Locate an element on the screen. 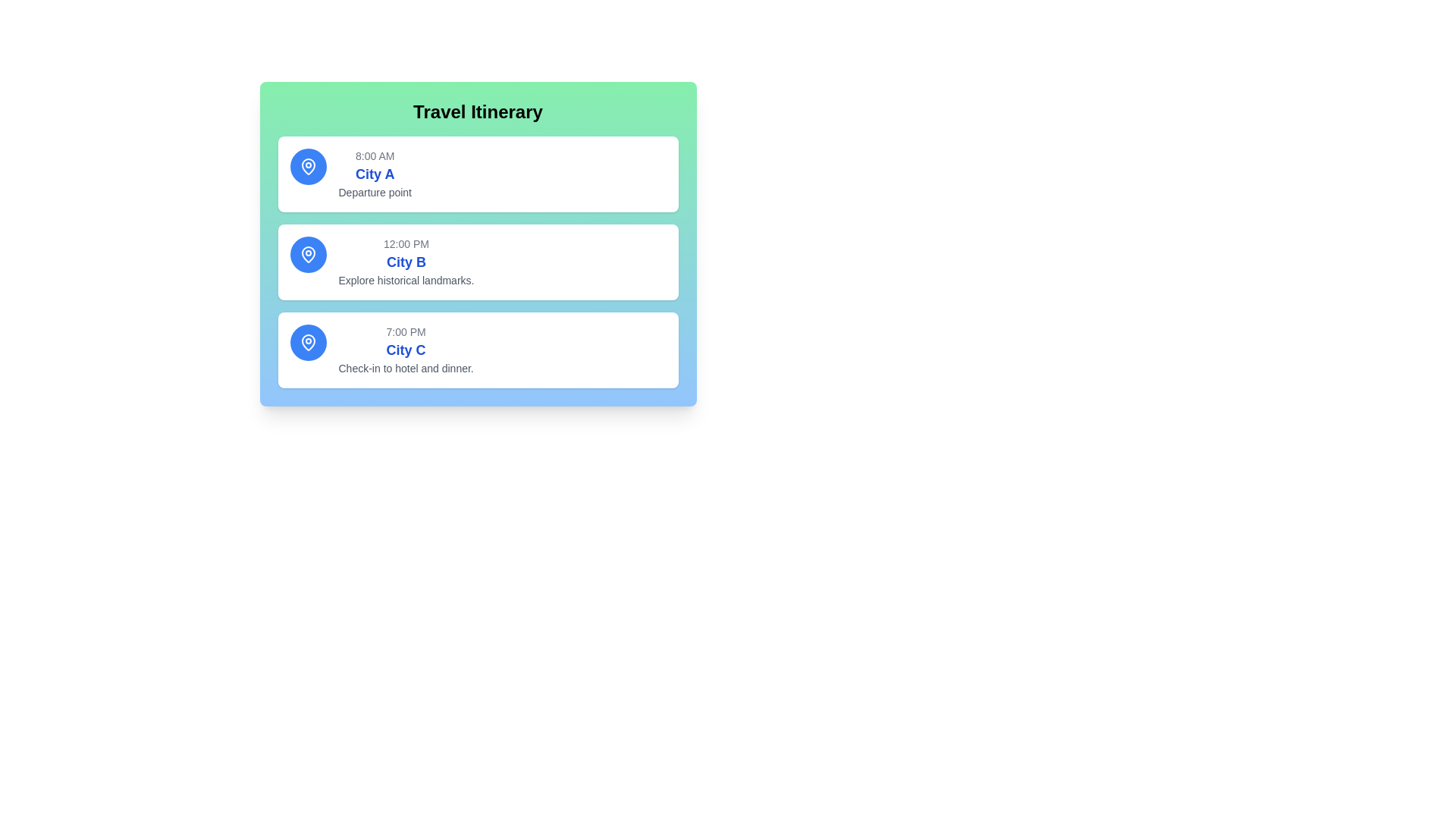  the itinerary step information card located at the bottom of the list, which provides details about an activity scheduled at a specific time and location is located at coordinates (477, 350).